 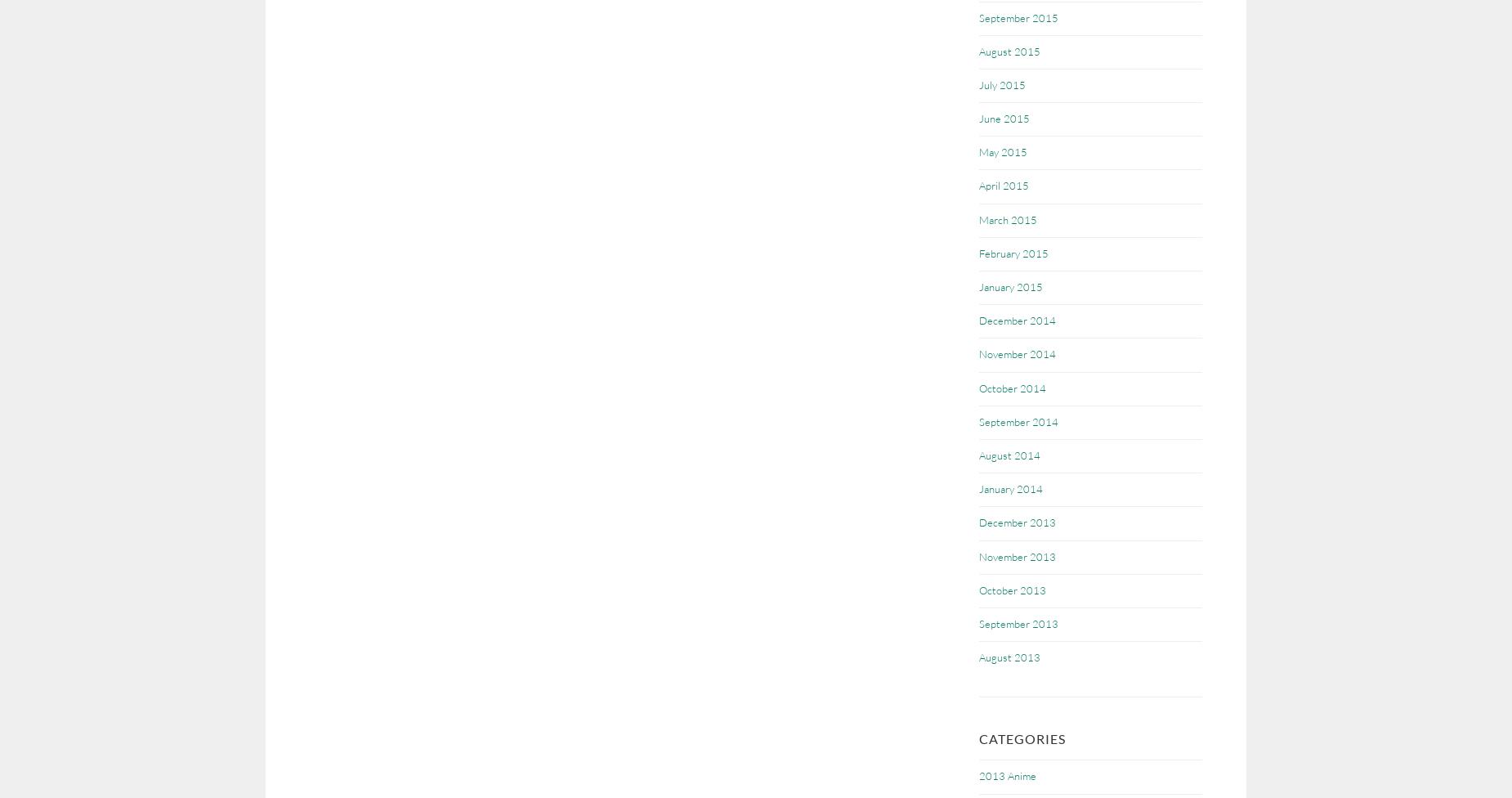 What do you see at coordinates (1009, 286) in the screenshot?
I see `'January 2015'` at bounding box center [1009, 286].